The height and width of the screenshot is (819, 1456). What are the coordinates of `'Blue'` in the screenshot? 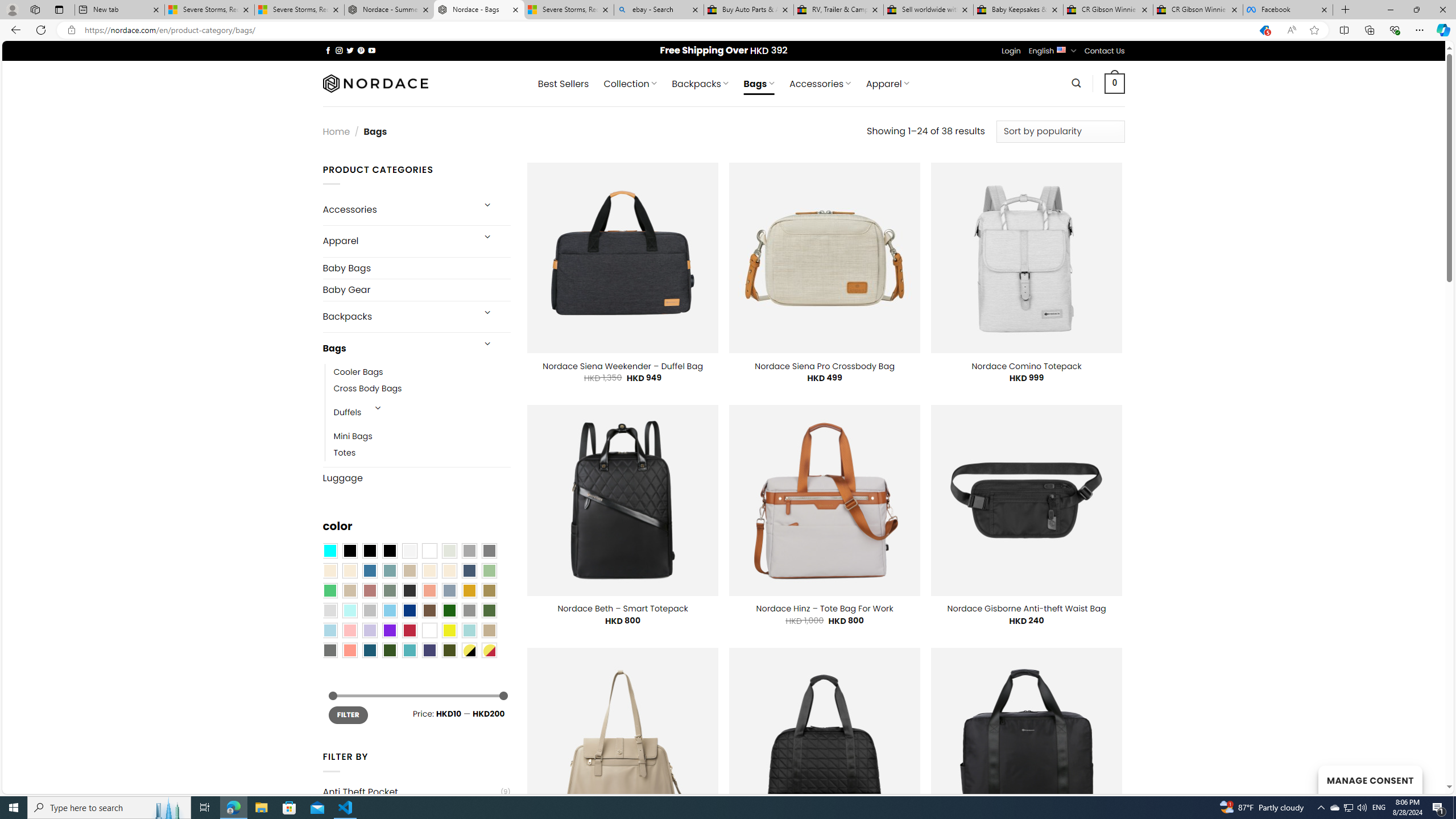 It's located at (369, 570).